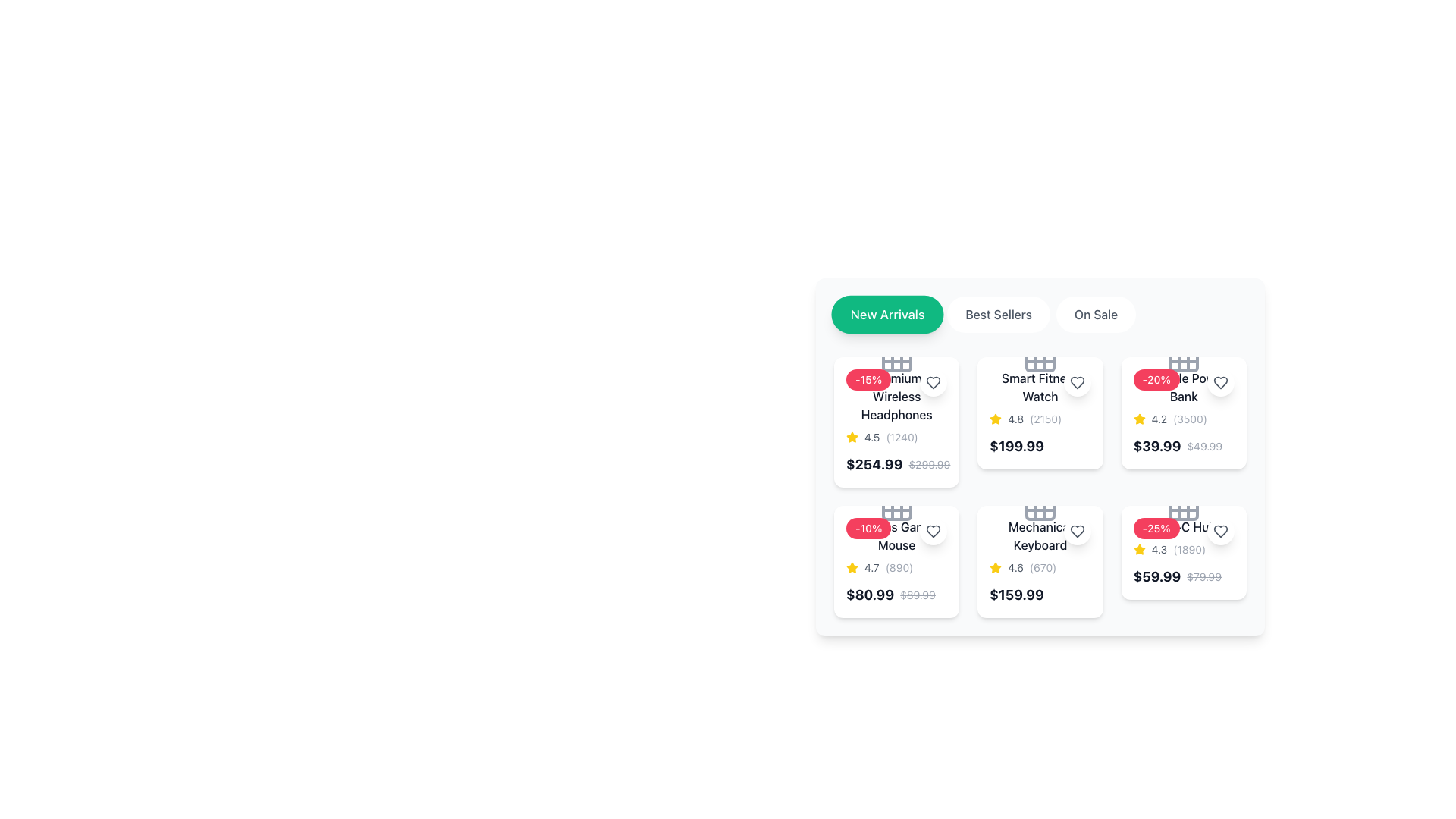 This screenshot has width=1456, height=819. Describe the element at coordinates (1156, 528) in the screenshot. I see `the discount percentage label located at the top-left corner of the product card in the second row and third column of the grid` at that location.